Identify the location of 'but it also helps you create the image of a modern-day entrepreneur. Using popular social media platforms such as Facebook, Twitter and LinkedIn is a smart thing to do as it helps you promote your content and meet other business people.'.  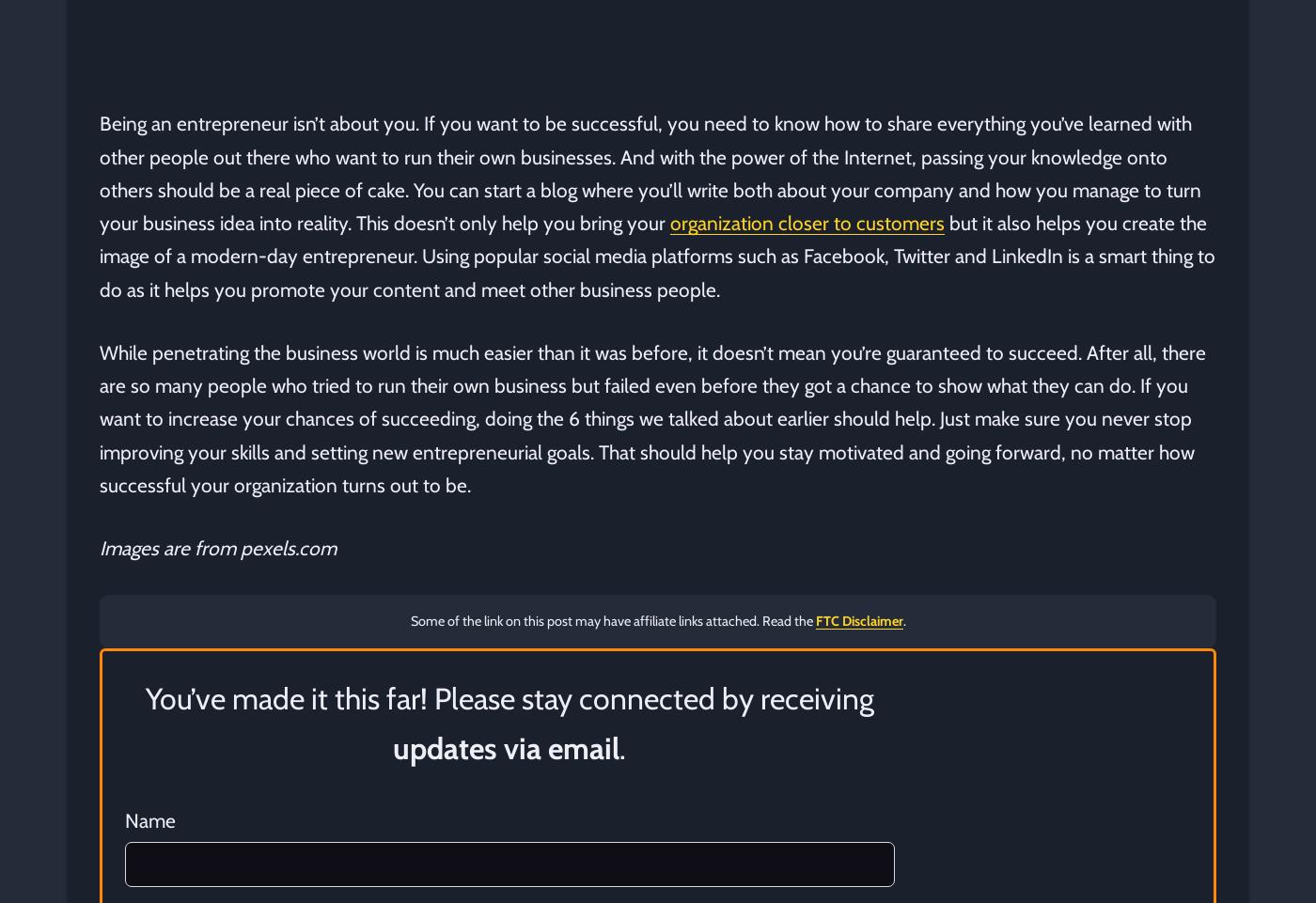
(657, 256).